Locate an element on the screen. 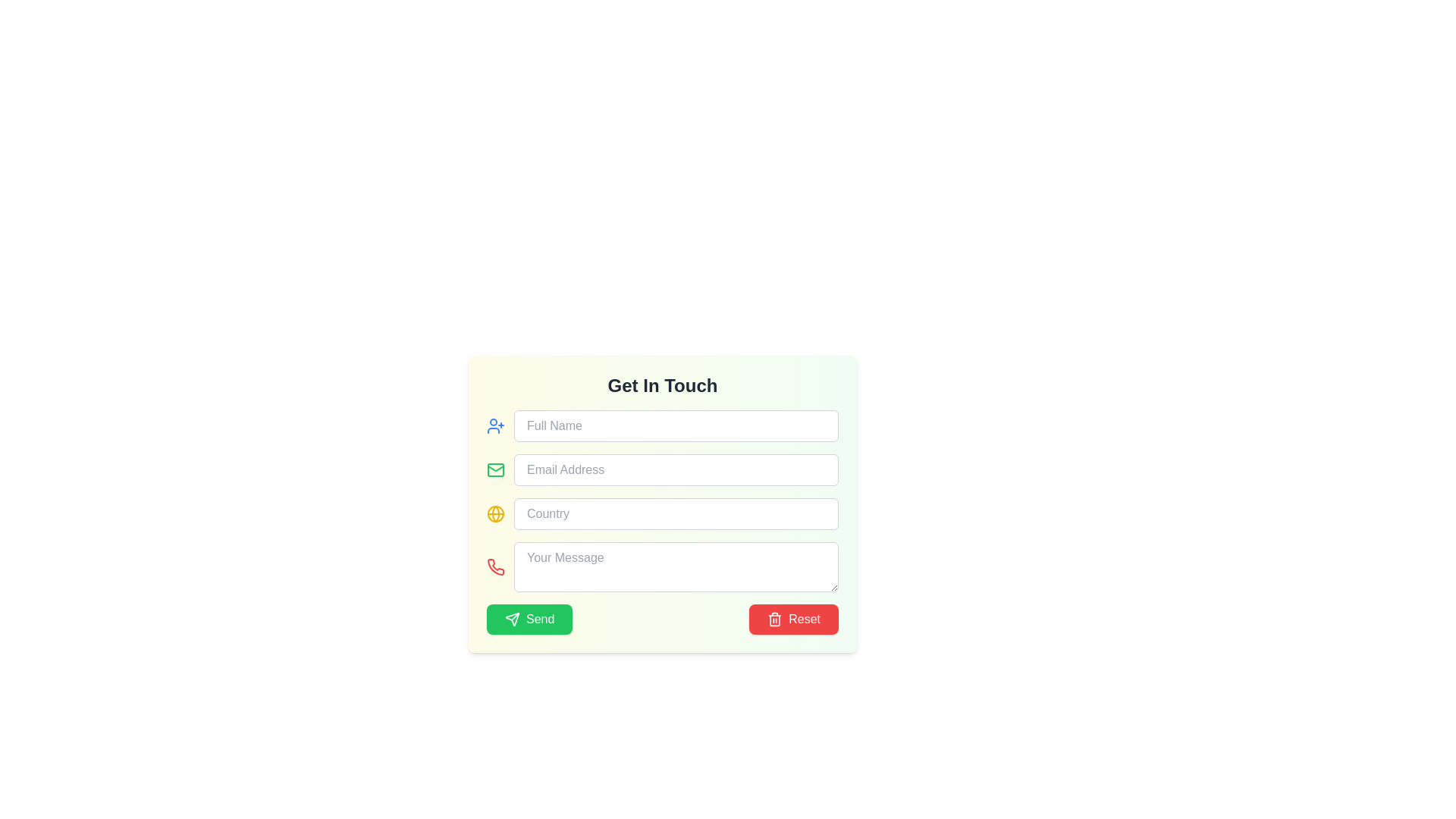  the triangular outline of the envelope flap in the green mail icon, which serves as a visual indicator for the 'Email Address' input field in the contact form is located at coordinates (495, 467).